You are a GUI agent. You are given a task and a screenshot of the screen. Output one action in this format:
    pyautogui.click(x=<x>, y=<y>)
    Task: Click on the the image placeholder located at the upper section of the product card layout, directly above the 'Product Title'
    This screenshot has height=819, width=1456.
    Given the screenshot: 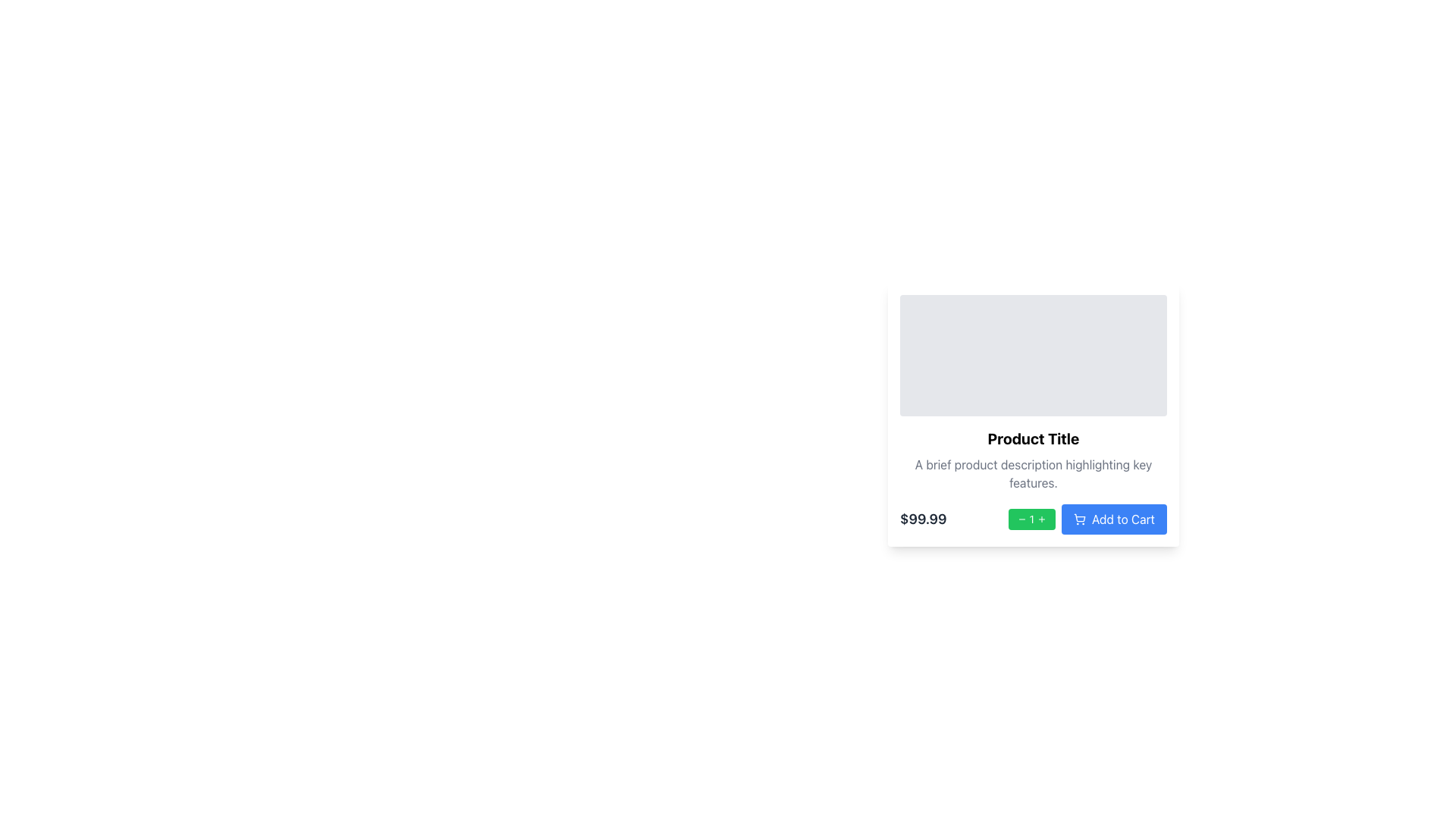 What is the action you would take?
    pyautogui.click(x=1033, y=356)
    